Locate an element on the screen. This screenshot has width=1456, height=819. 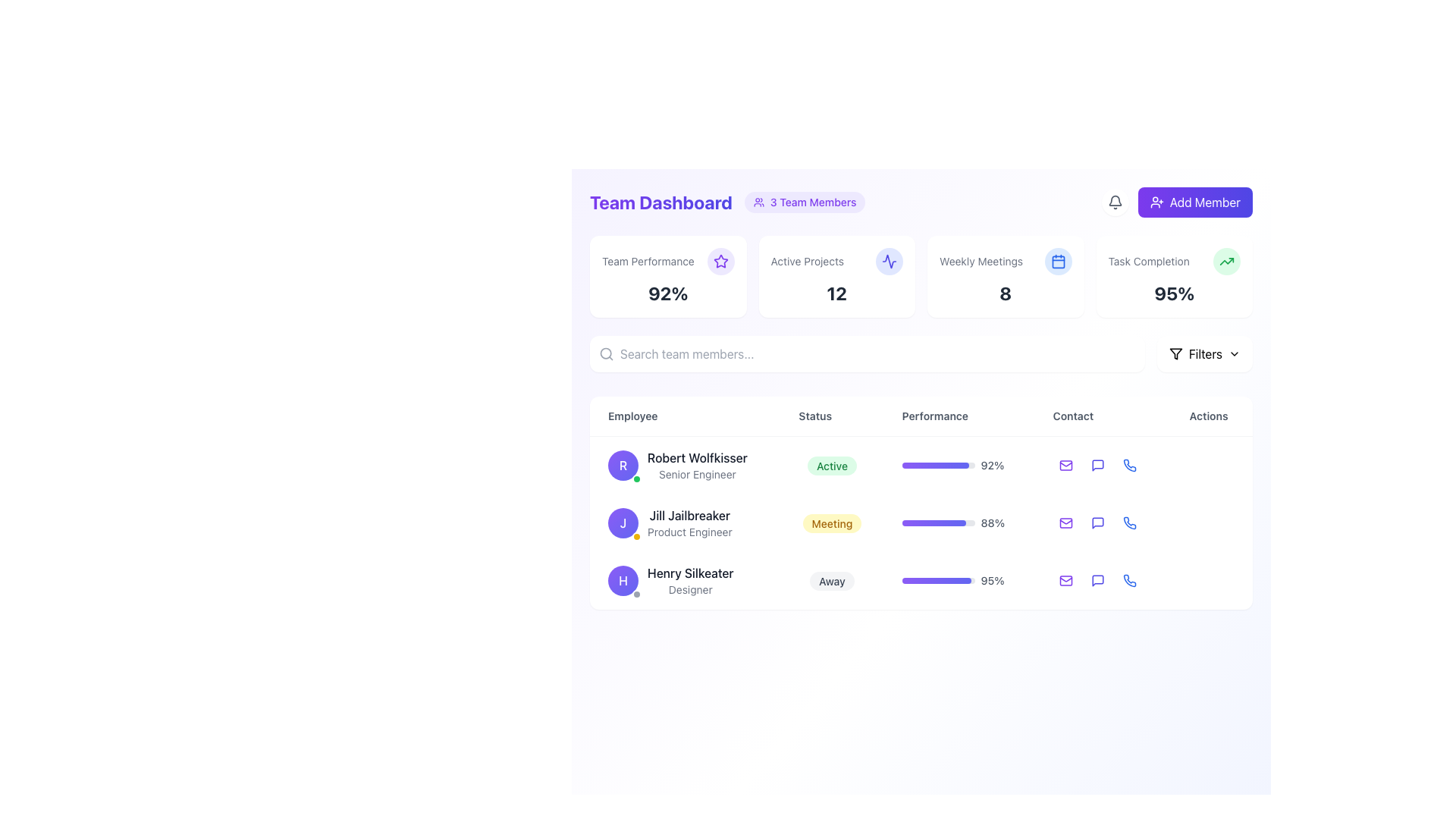
the Icon button in the Actions column for the user 'Jill Jailbreaker' is located at coordinates (1097, 522).